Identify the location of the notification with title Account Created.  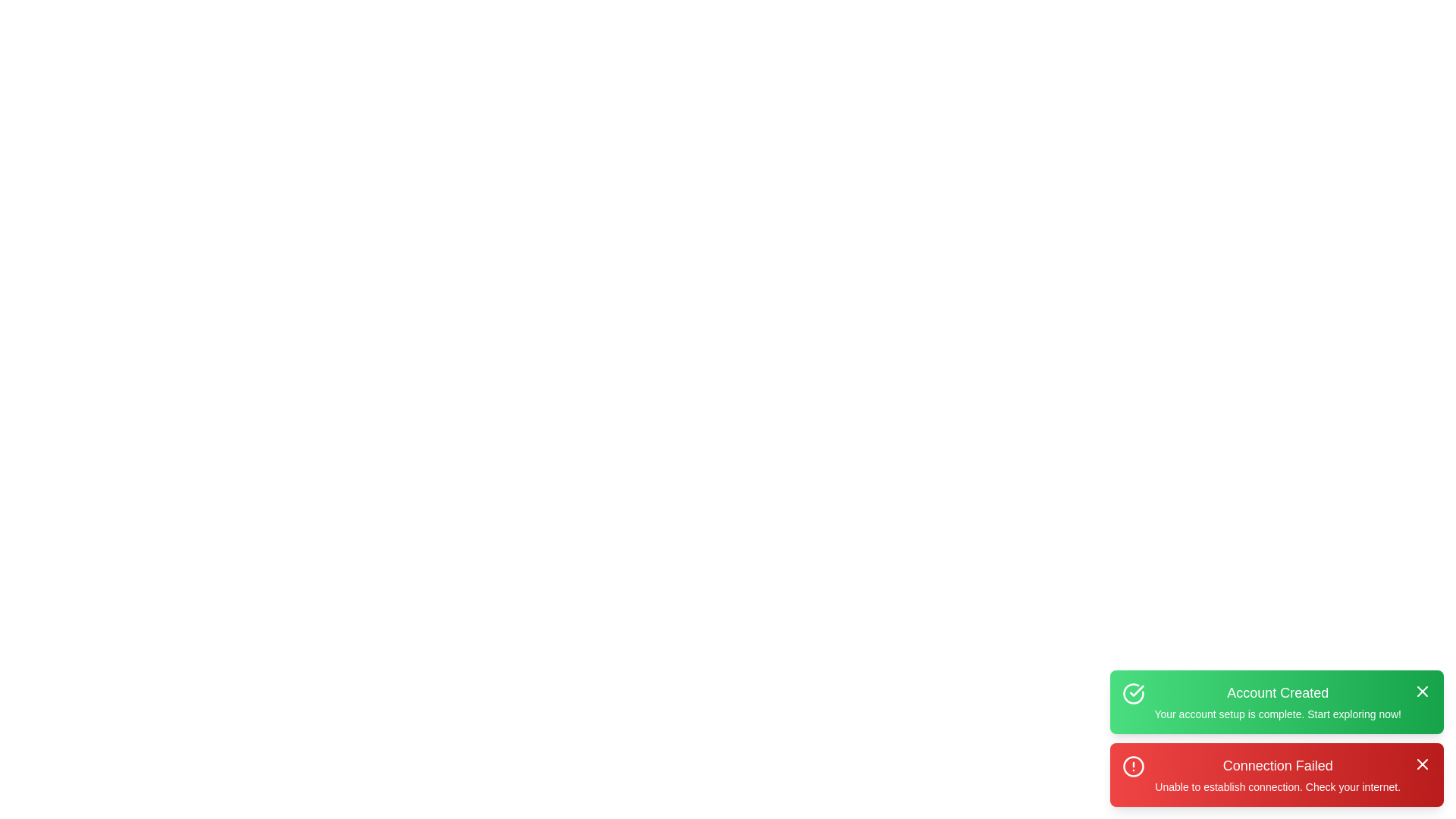
(1276, 701).